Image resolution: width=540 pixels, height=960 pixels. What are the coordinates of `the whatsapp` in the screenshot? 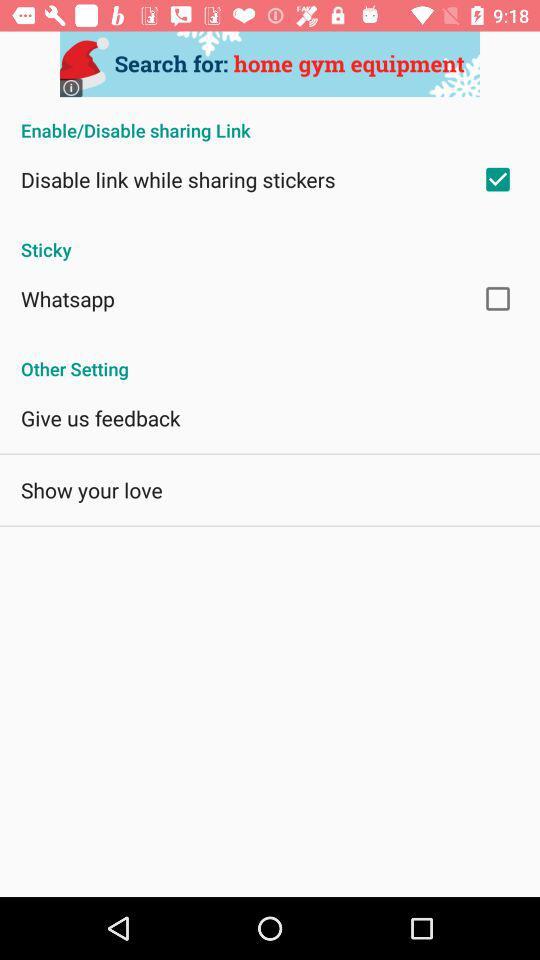 It's located at (67, 297).